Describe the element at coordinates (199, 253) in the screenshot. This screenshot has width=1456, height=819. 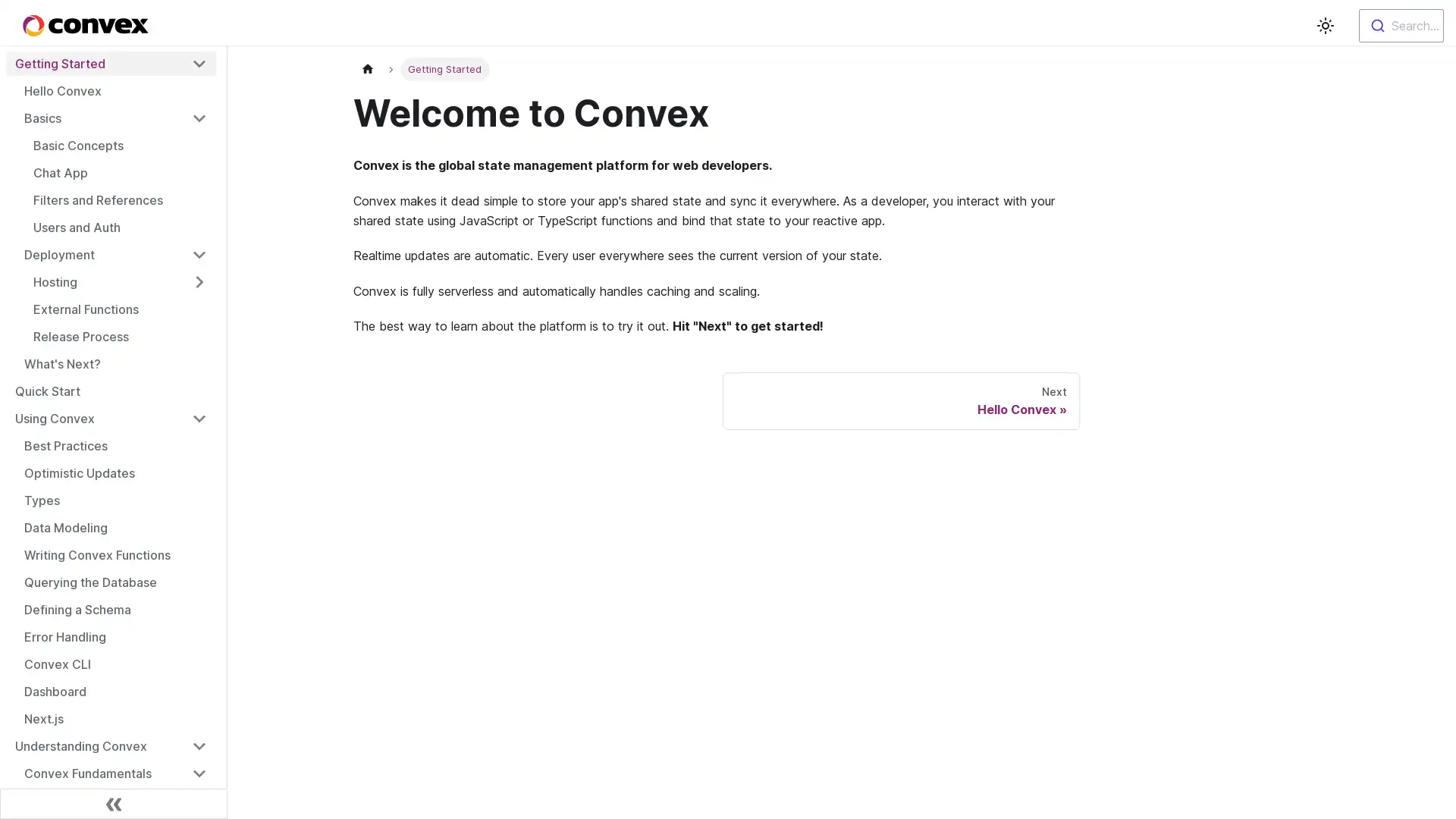
I see `Toggle the collapsible sidebar category 'Deployment'` at that location.